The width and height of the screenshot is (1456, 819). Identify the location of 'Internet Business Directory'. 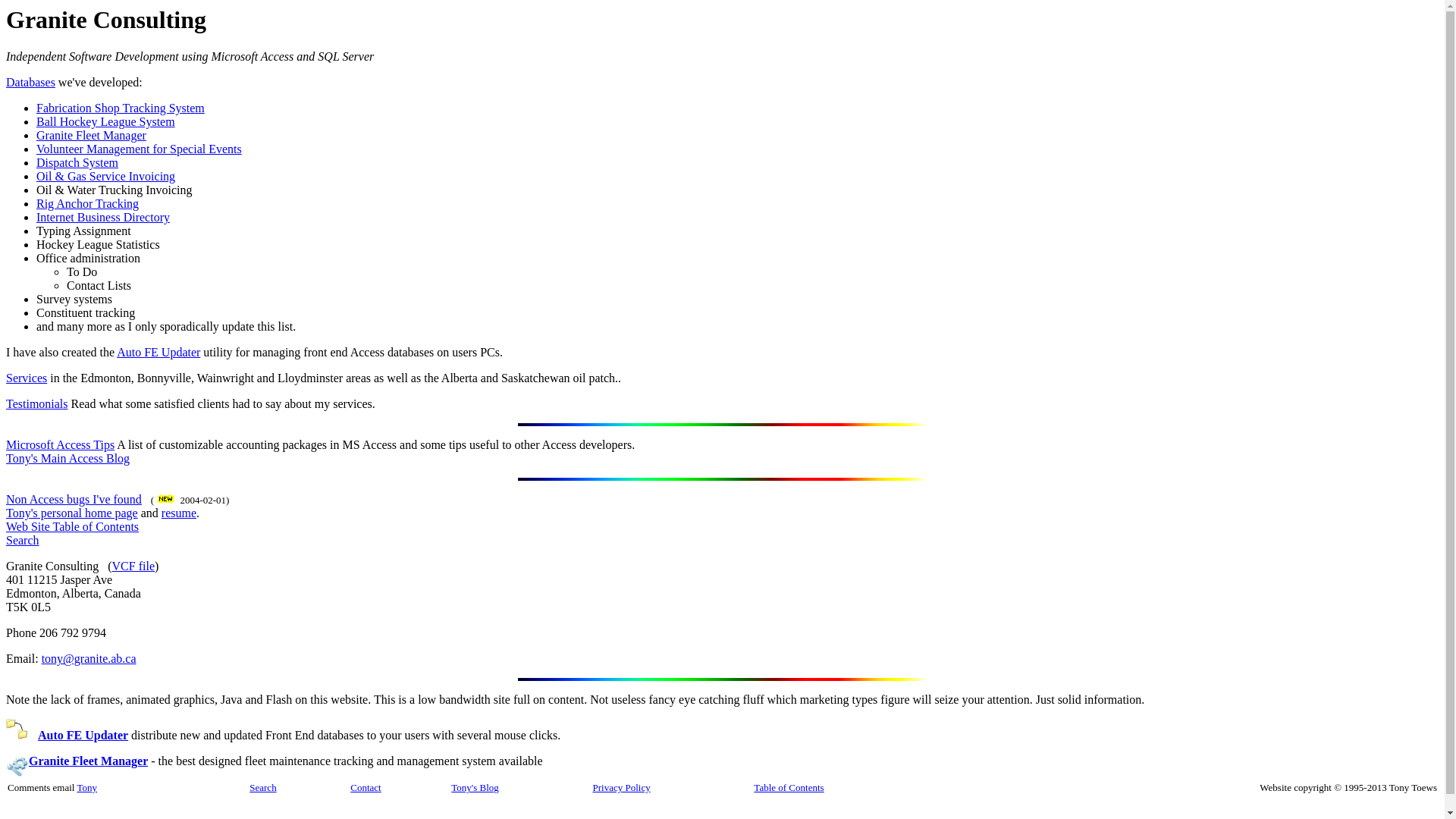
(102, 217).